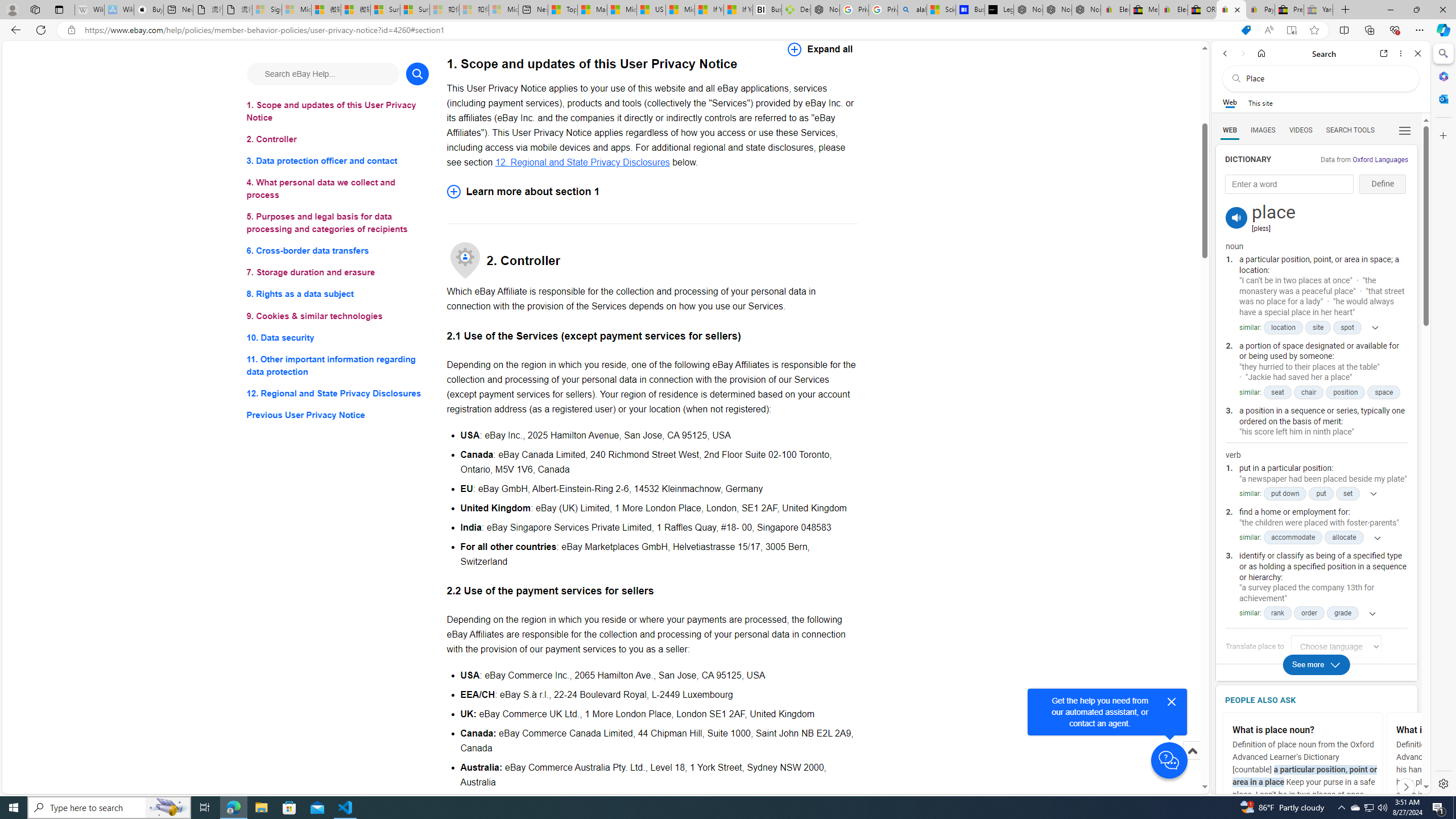  Describe the element at coordinates (503, 9) in the screenshot. I see `'Microsoft account | Account Checkup - Sleeping'` at that location.